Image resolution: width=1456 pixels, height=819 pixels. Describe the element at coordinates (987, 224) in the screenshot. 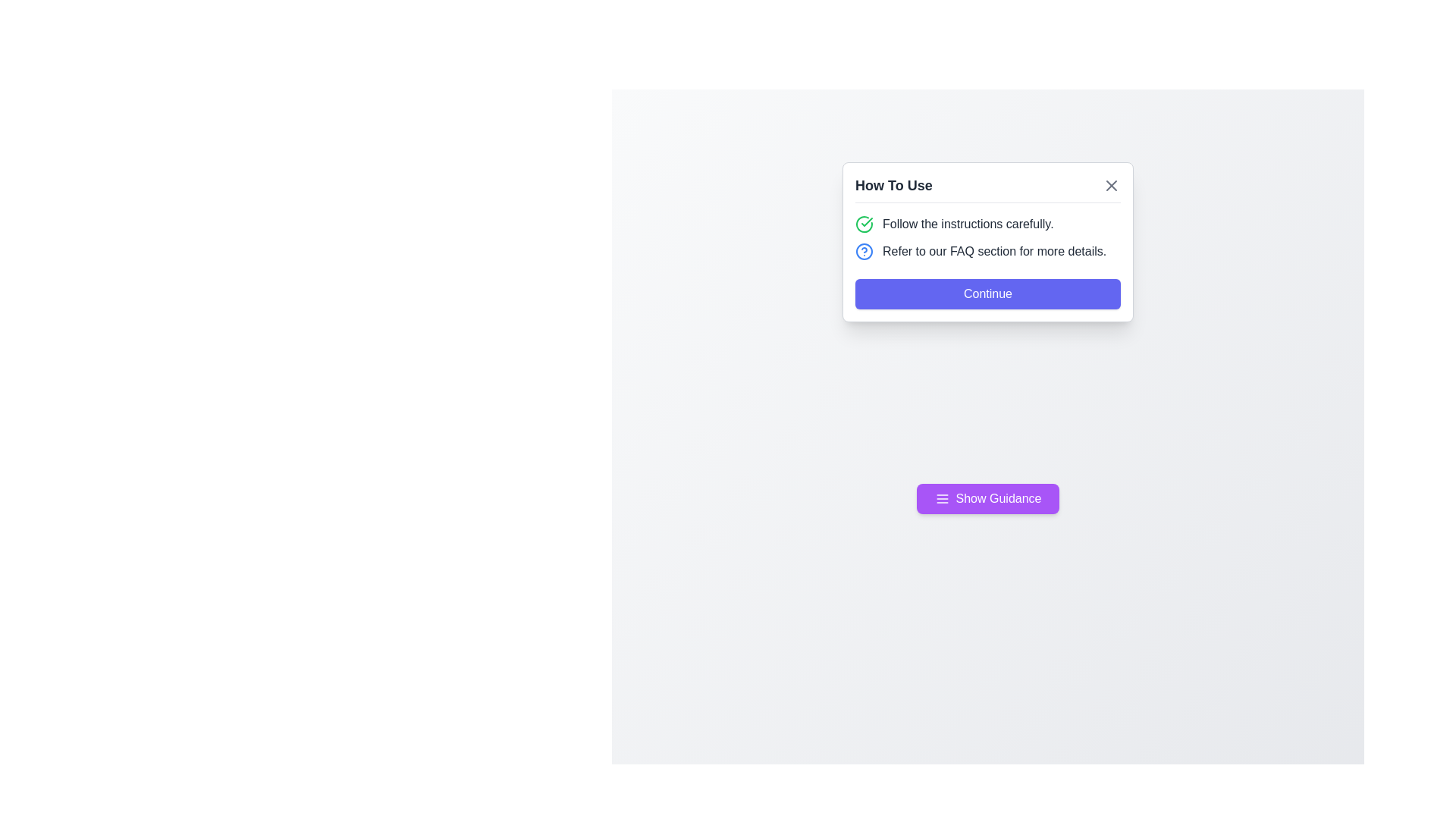

I see `the Static Instructional Text with Icon in the 'How To Use' modal dialog, which is the first item in the list of instructions` at that location.